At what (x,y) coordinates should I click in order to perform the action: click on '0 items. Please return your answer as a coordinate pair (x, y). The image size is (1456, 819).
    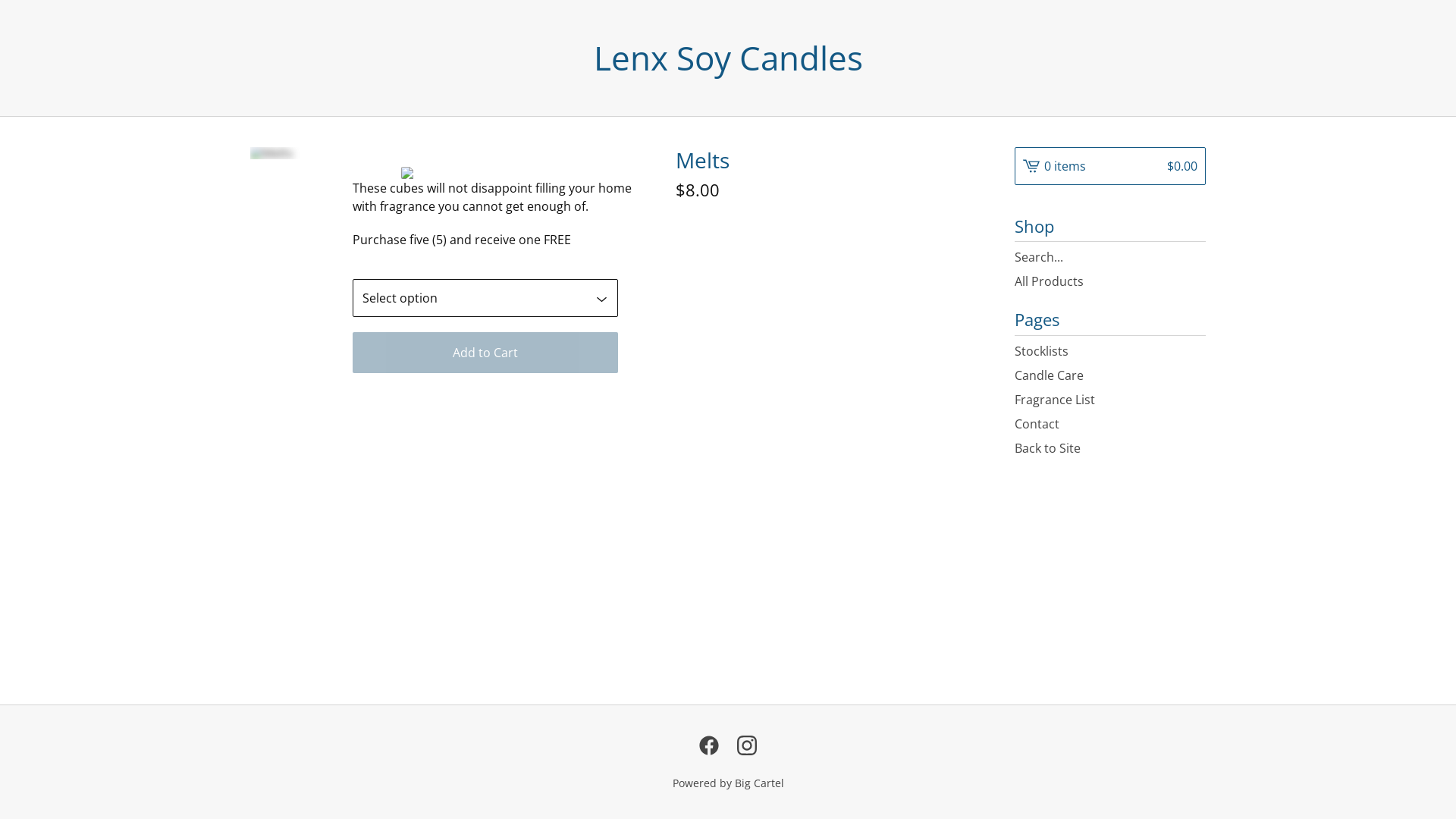
    Looking at the image, I should click on (1110, 166).